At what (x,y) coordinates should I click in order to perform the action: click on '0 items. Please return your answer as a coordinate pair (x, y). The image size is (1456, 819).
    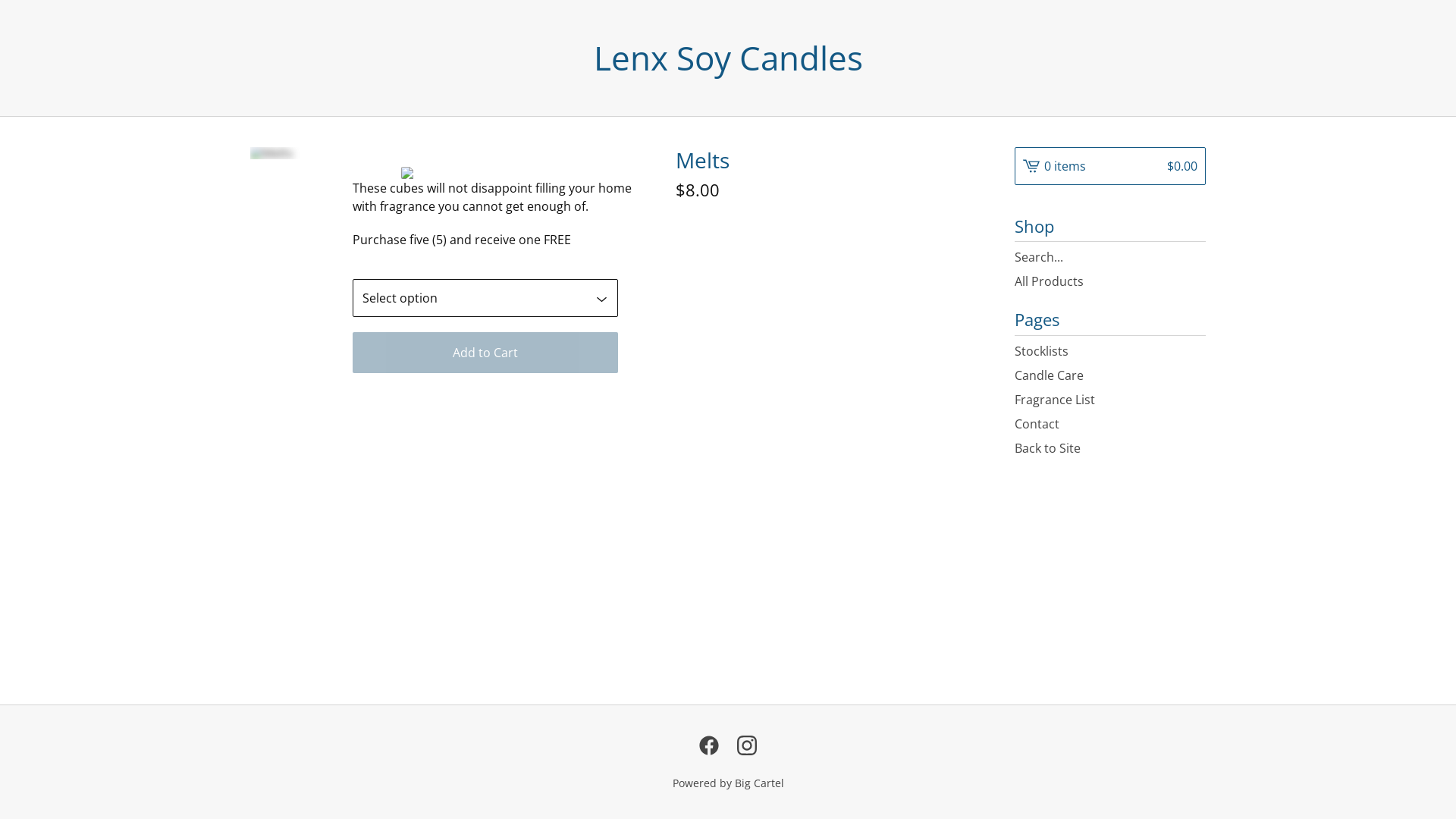
    Looking at the image, I should click on (1110, 166).